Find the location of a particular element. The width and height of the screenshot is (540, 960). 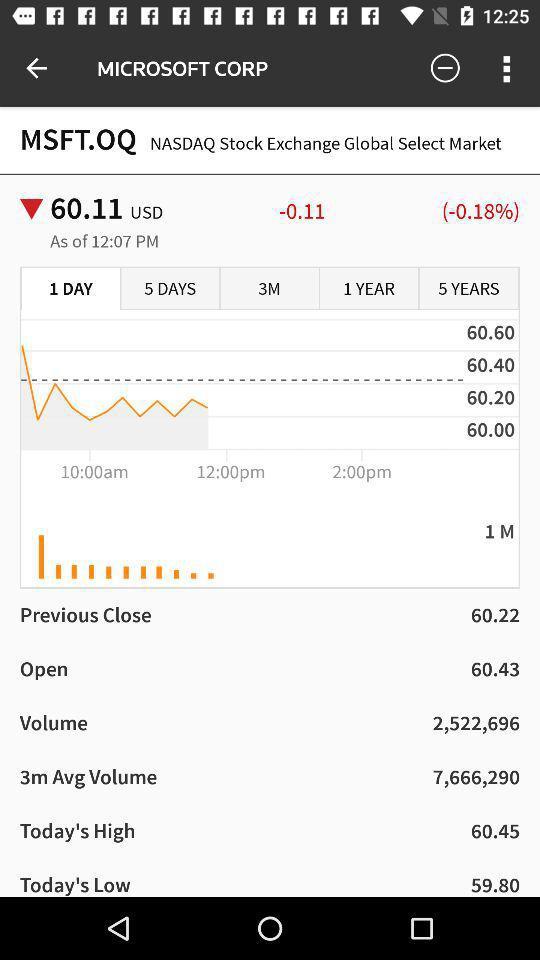

icon next to 3m item is located at coordinates (170, 288).